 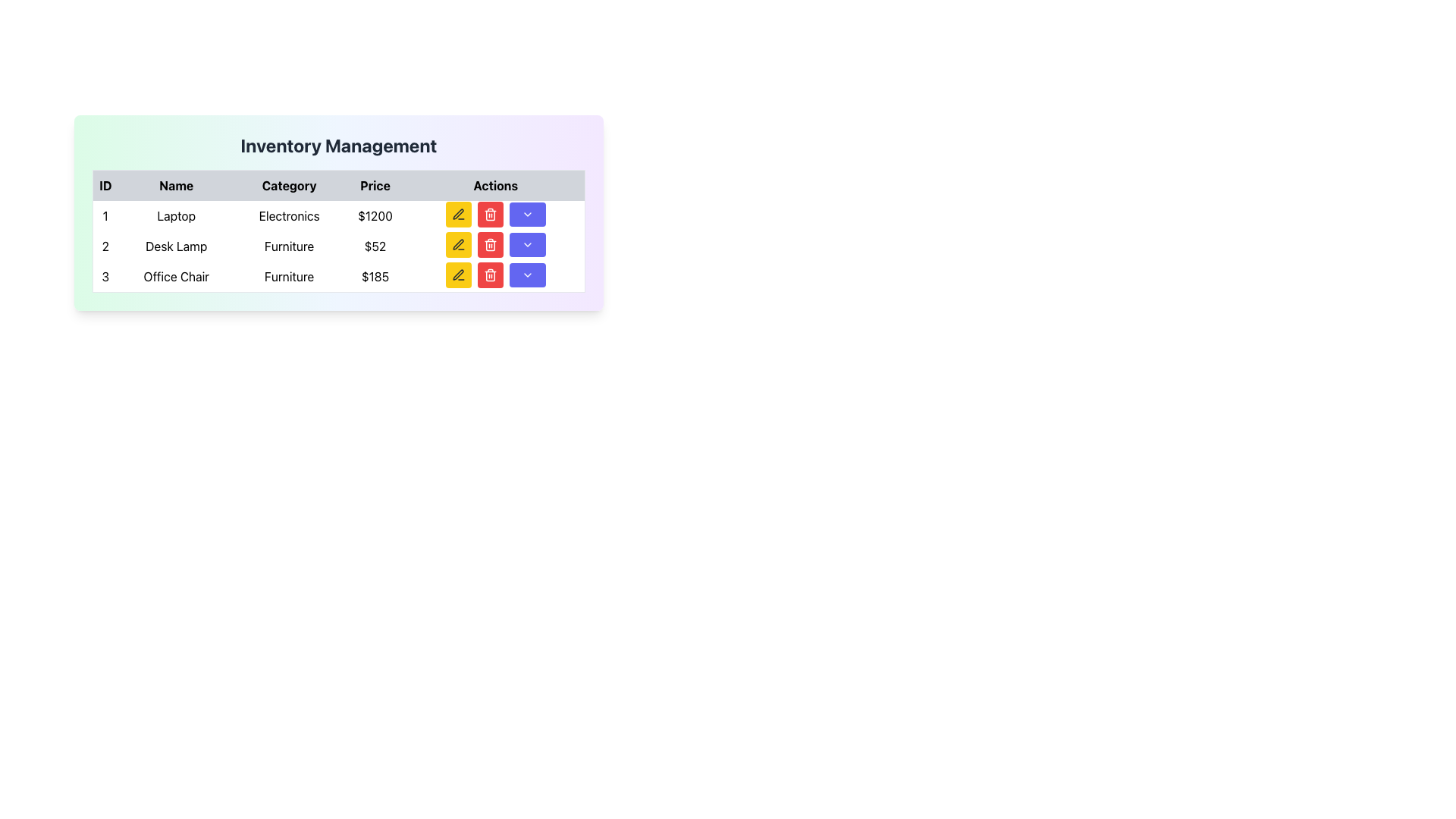 I want to click on the editing icon button, which resembles a pen and is located in the 'Actions' column of the table, specifically in the second row aligned with the 'Desk Lamp' entry, so click(x=457, y=243).